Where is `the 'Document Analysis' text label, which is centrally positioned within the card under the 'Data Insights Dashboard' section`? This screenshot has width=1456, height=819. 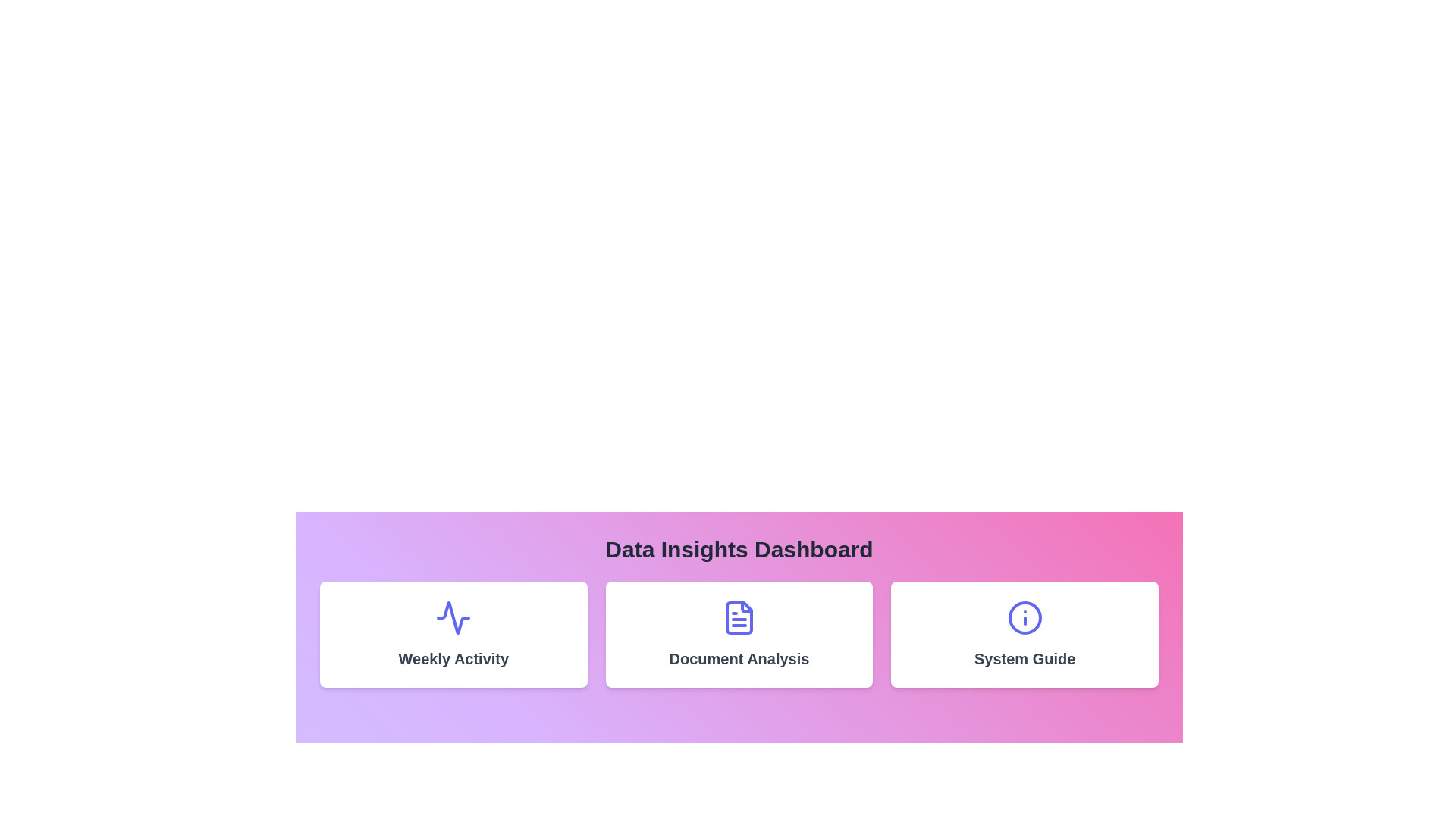
the 'Document Analysis' text label, which is centrally positioned within the card under the 'Data Insights Dashboard' section is located at coordinates (739, 657).